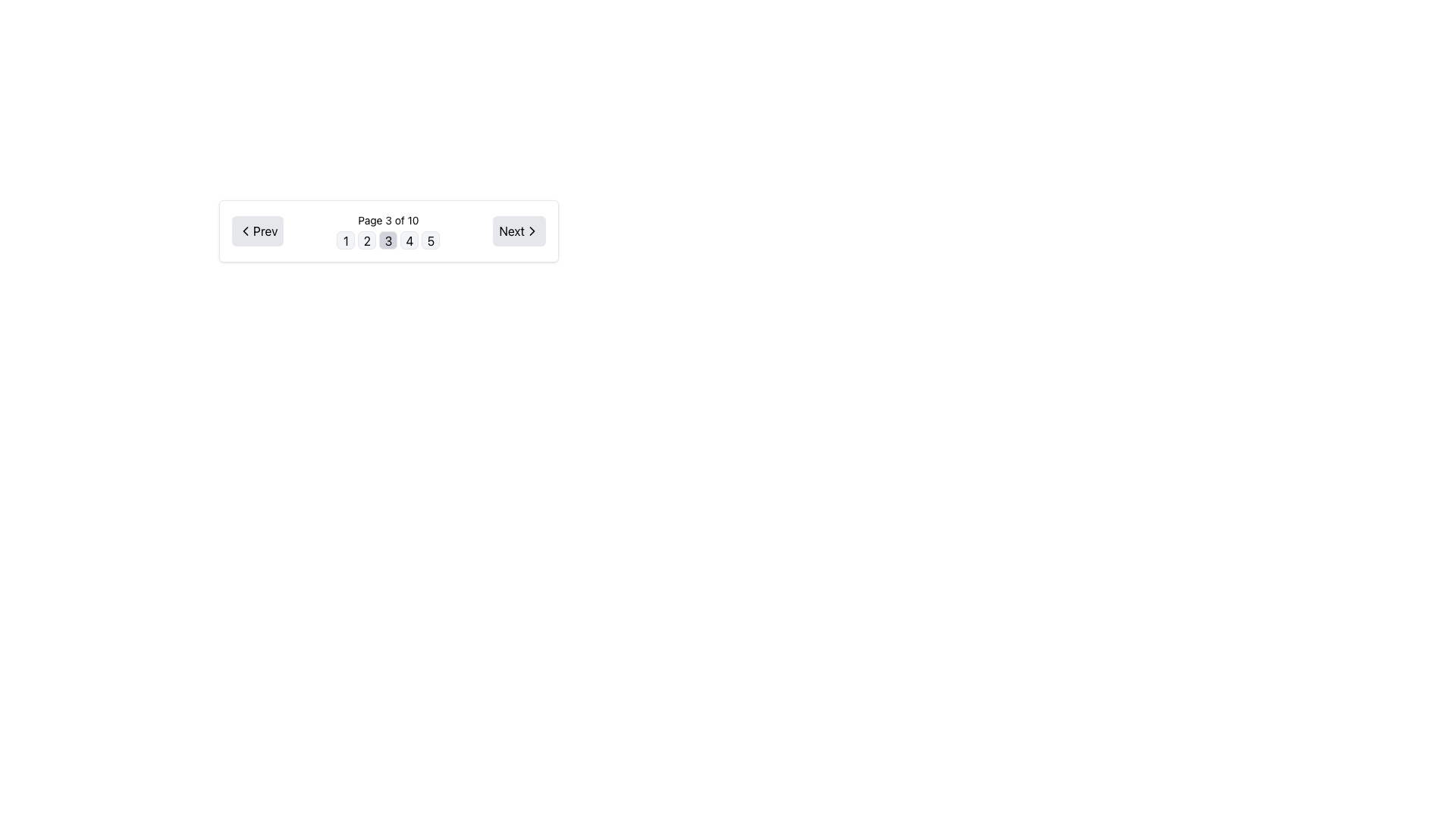 This screenshot has width=1456, height=819. I want to click on the fifth button in the group, which has a light gray background and contains the numeral '5', so click(430, 239).